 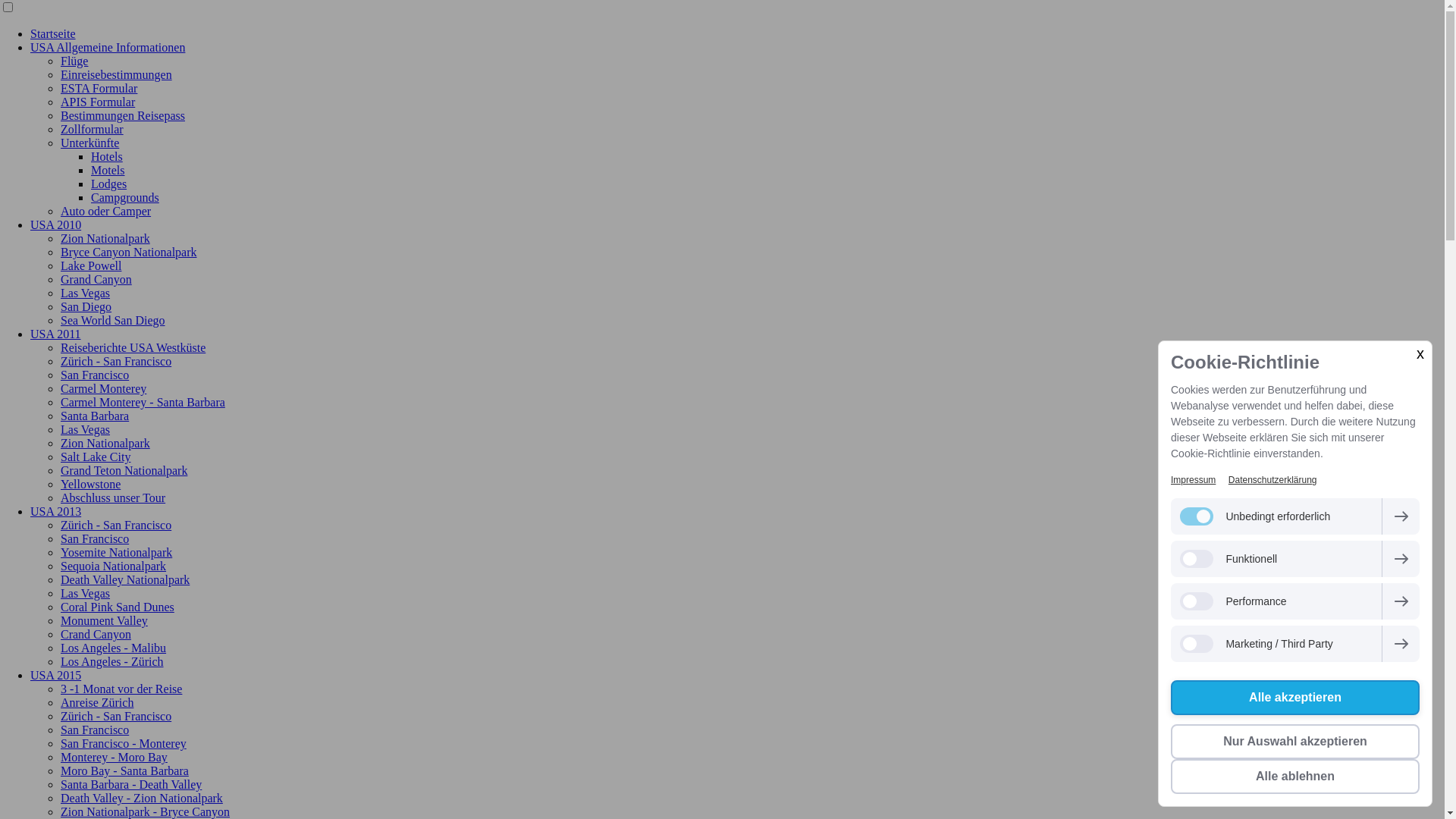 What do you see at coordinates (107, 170) in the screenshot?
I see `'Motels'` at bounding box center [107, 170].